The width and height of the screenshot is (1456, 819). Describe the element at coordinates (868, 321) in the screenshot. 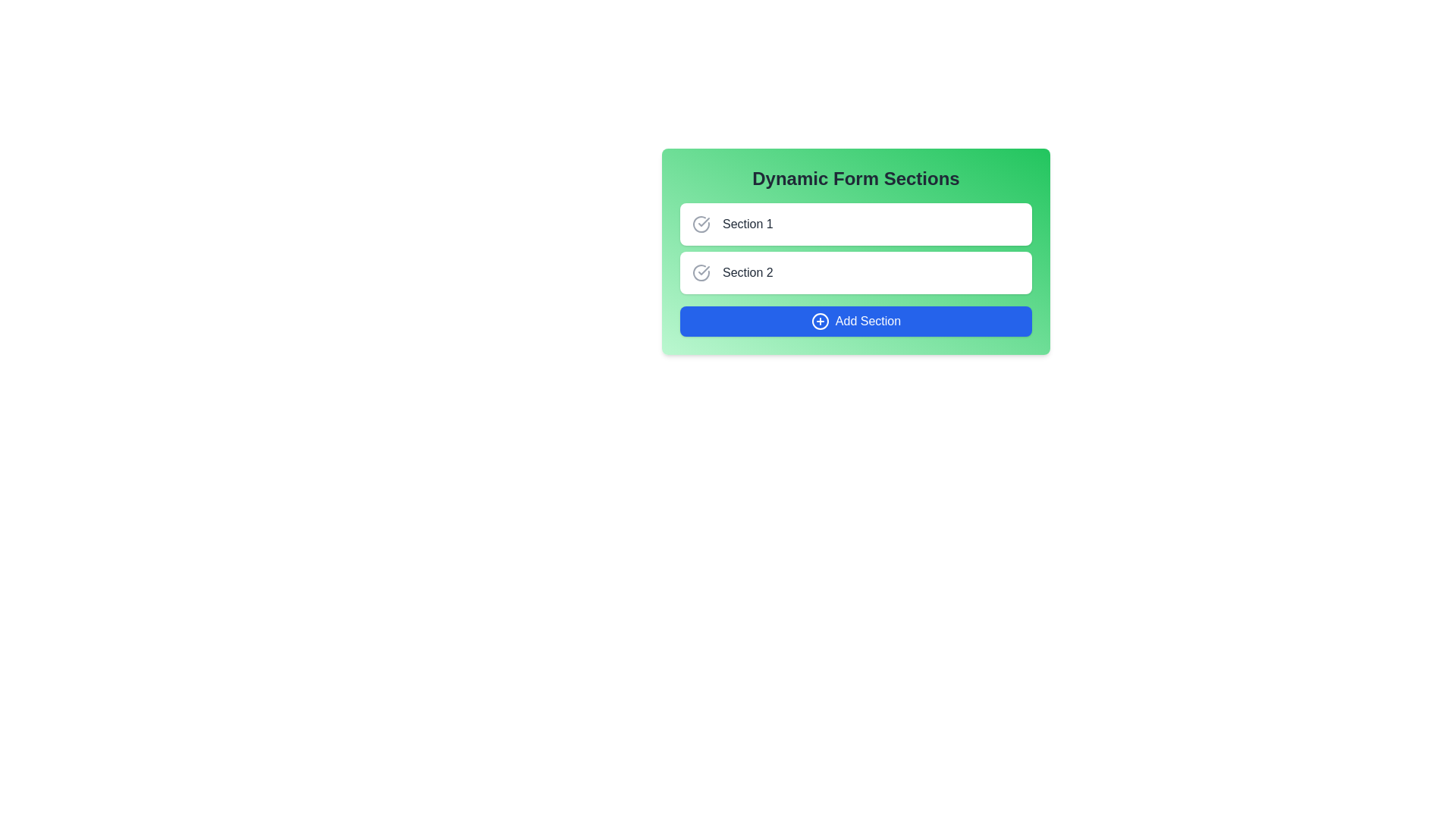

I see `the 'Add Section' text label which is styled in white font on a blue rectangular button, located at the bottom of the green background panel below 'Section 2'` at that location.